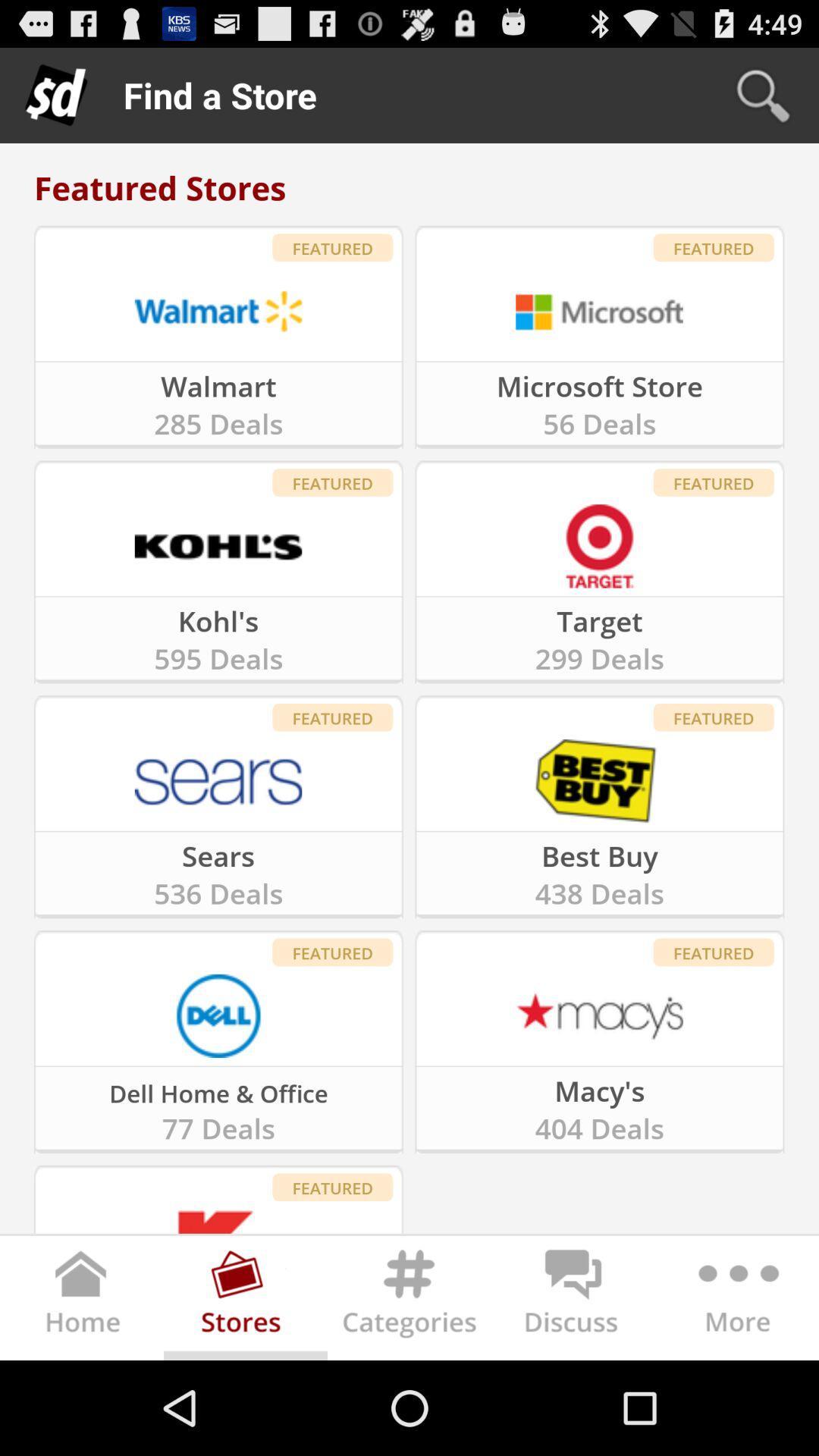 The height and width of the screenshot is (1456, 819). What do you see at coordinates (245, 1301) in the screenshot?
I see `stores option` at bounding box center [245, 1301].